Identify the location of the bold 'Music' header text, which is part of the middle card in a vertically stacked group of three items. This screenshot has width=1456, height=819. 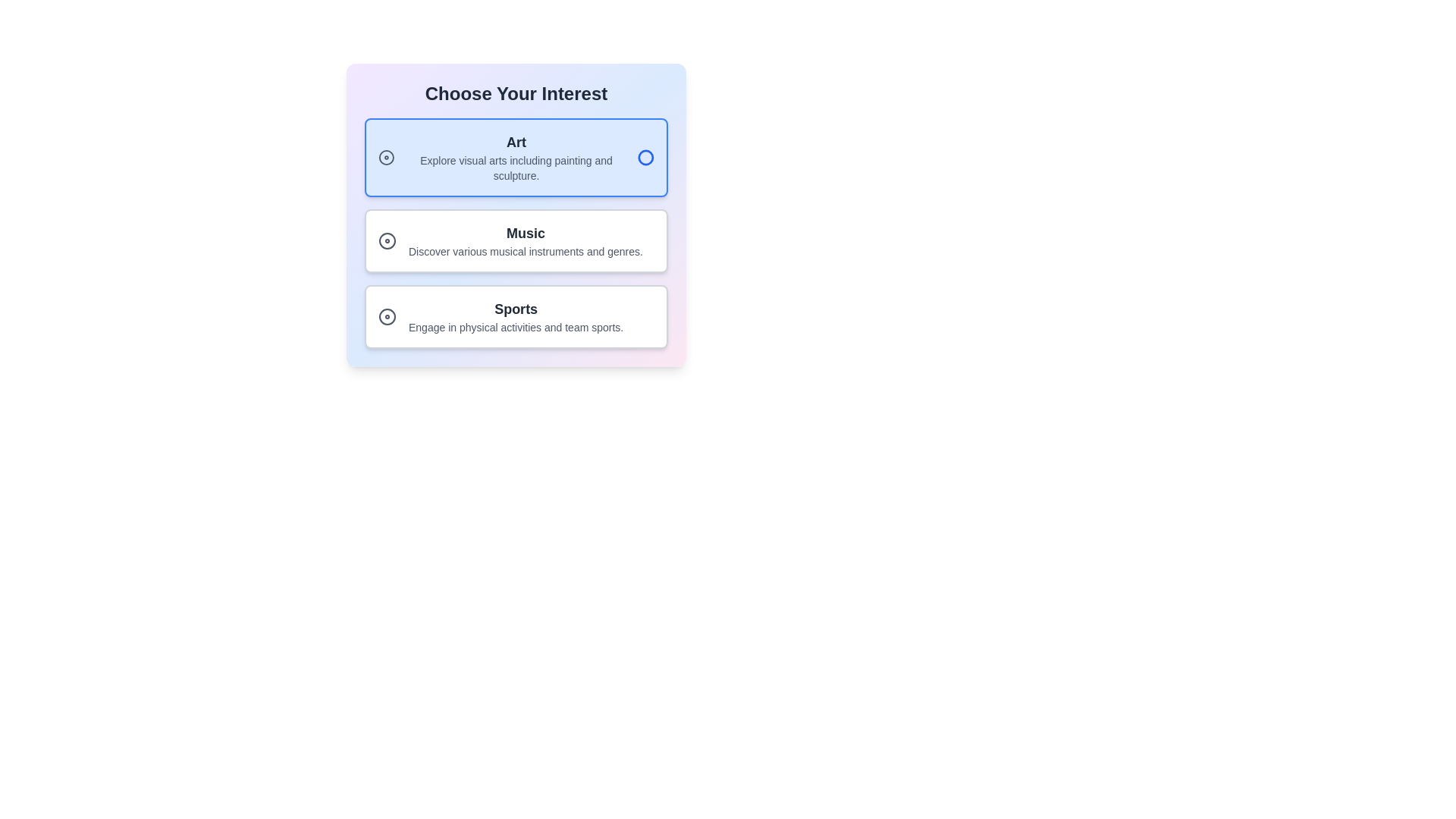
(526, 234).